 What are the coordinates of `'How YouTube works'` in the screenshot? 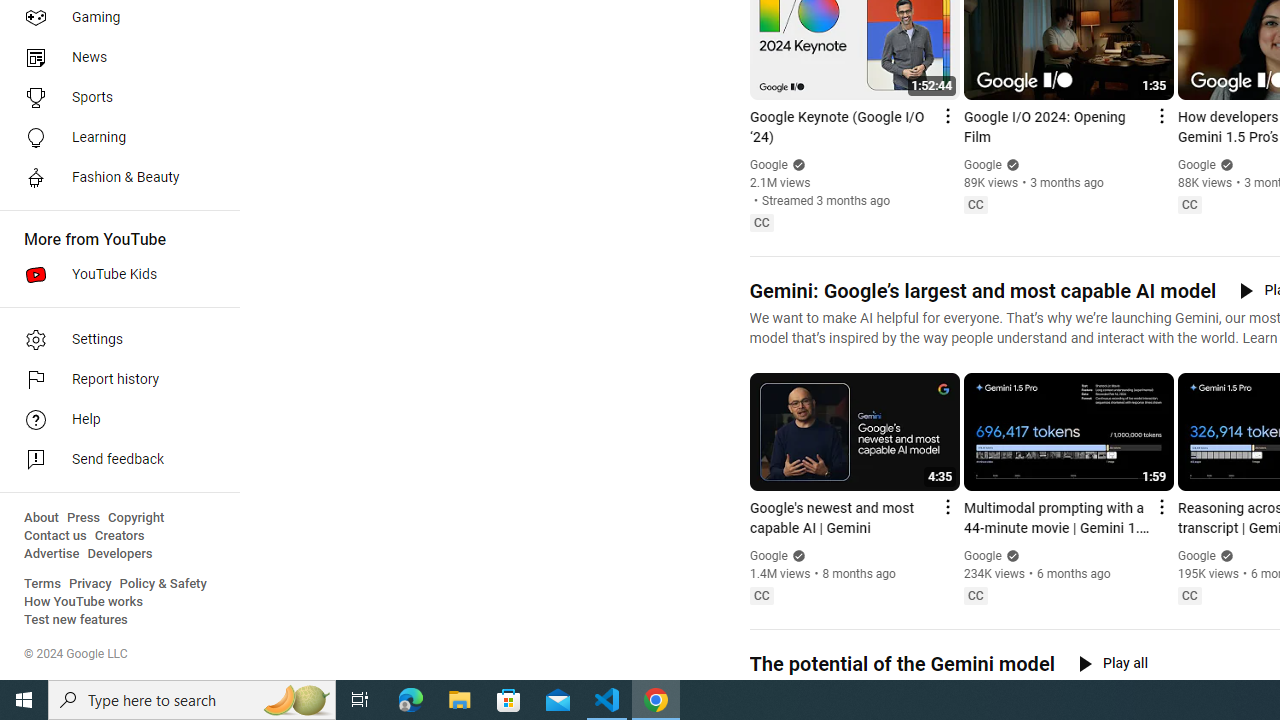 It's located at (82, 601).